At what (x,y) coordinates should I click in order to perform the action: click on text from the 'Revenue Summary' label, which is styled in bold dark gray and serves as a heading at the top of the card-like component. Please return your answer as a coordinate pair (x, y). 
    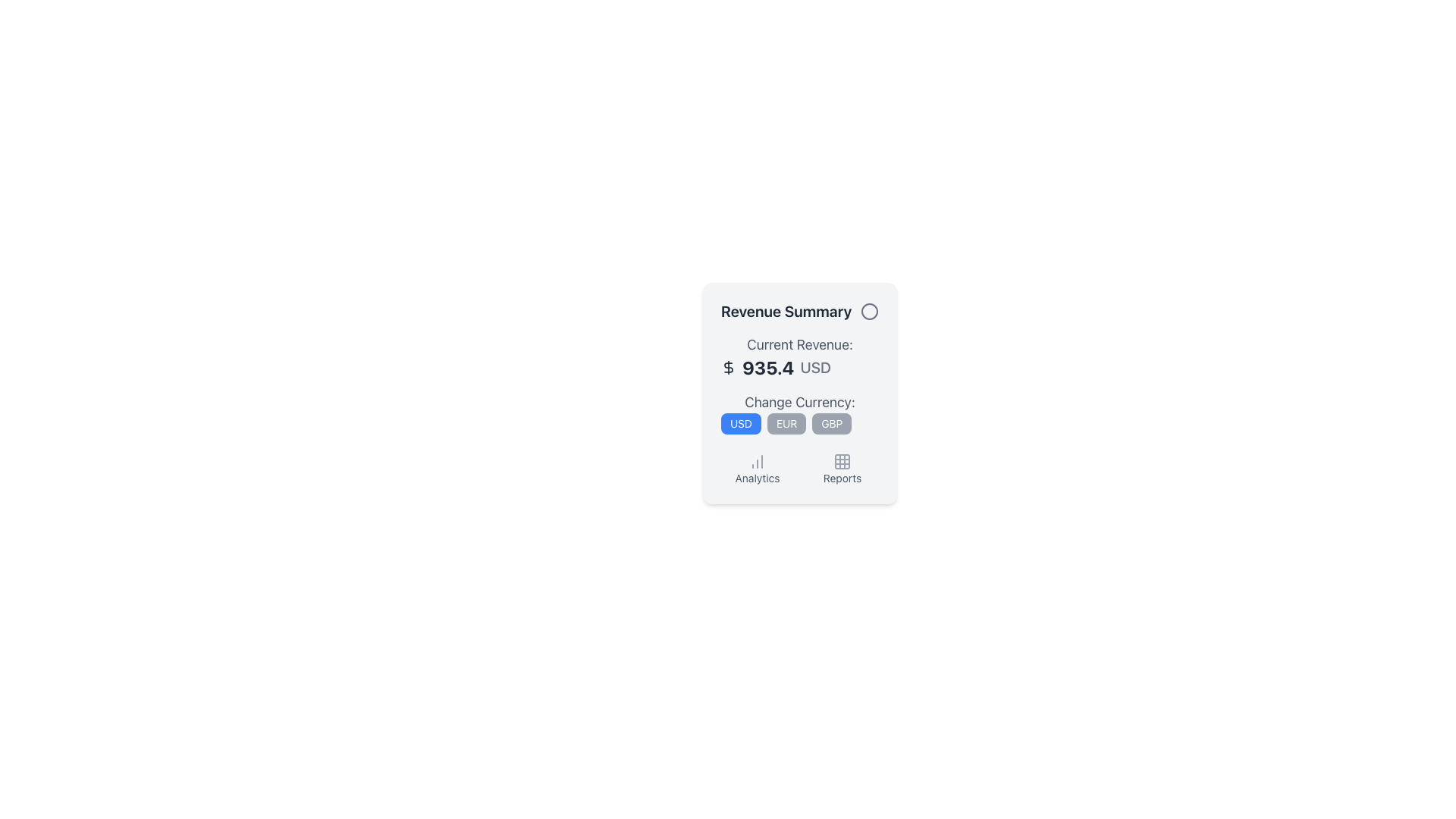
    Looking at the image, I should click on (786, 311).